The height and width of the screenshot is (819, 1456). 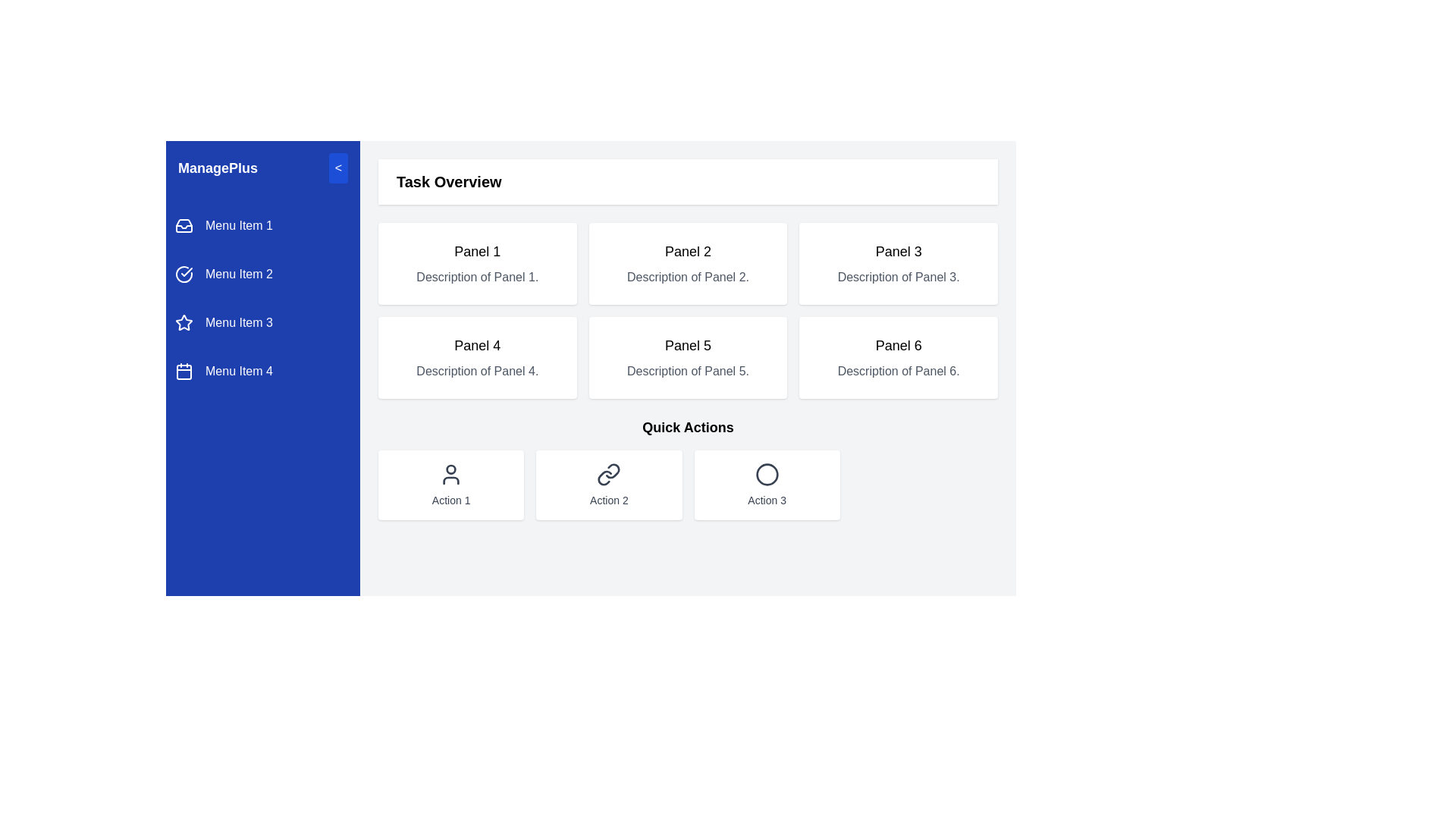 I want to click on the 'Task Overview' text label, which is a bold and prominently styled header displayed in a larger font size on a white background, so click(x=448, y=180).